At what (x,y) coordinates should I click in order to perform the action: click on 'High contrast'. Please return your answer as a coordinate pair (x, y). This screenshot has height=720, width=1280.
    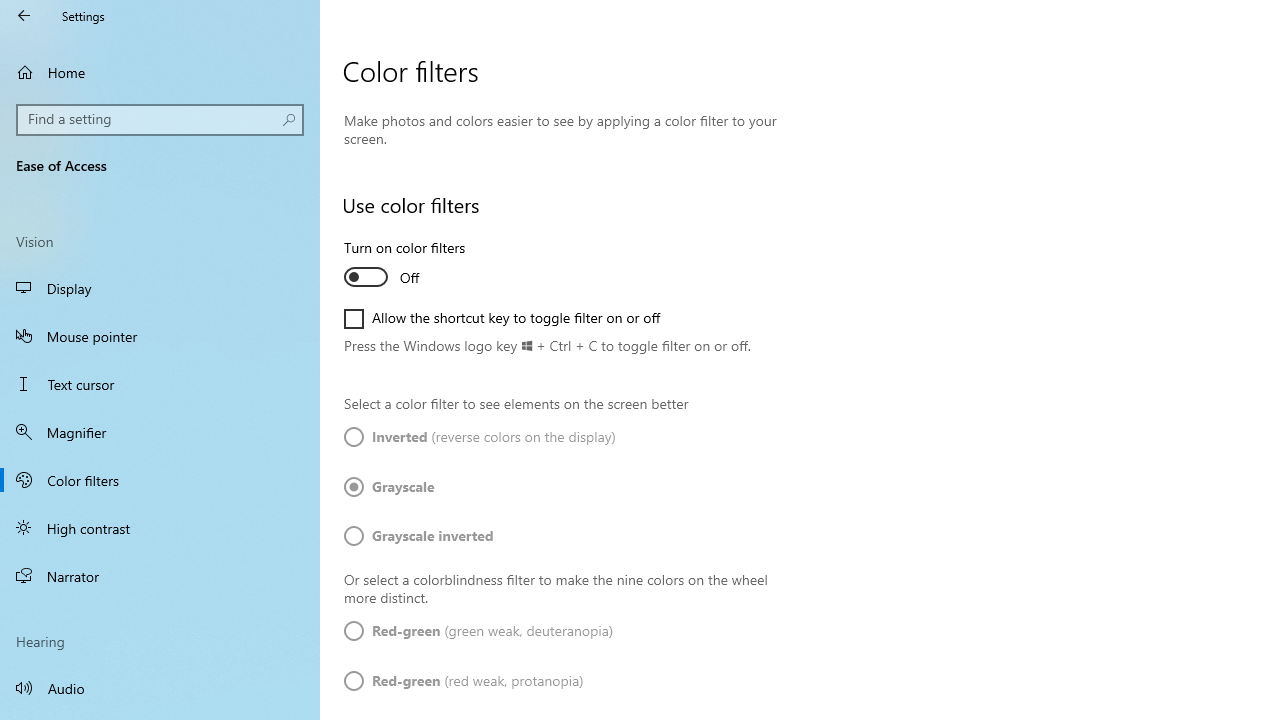
    Looking at the image, I should click on (160, 527).